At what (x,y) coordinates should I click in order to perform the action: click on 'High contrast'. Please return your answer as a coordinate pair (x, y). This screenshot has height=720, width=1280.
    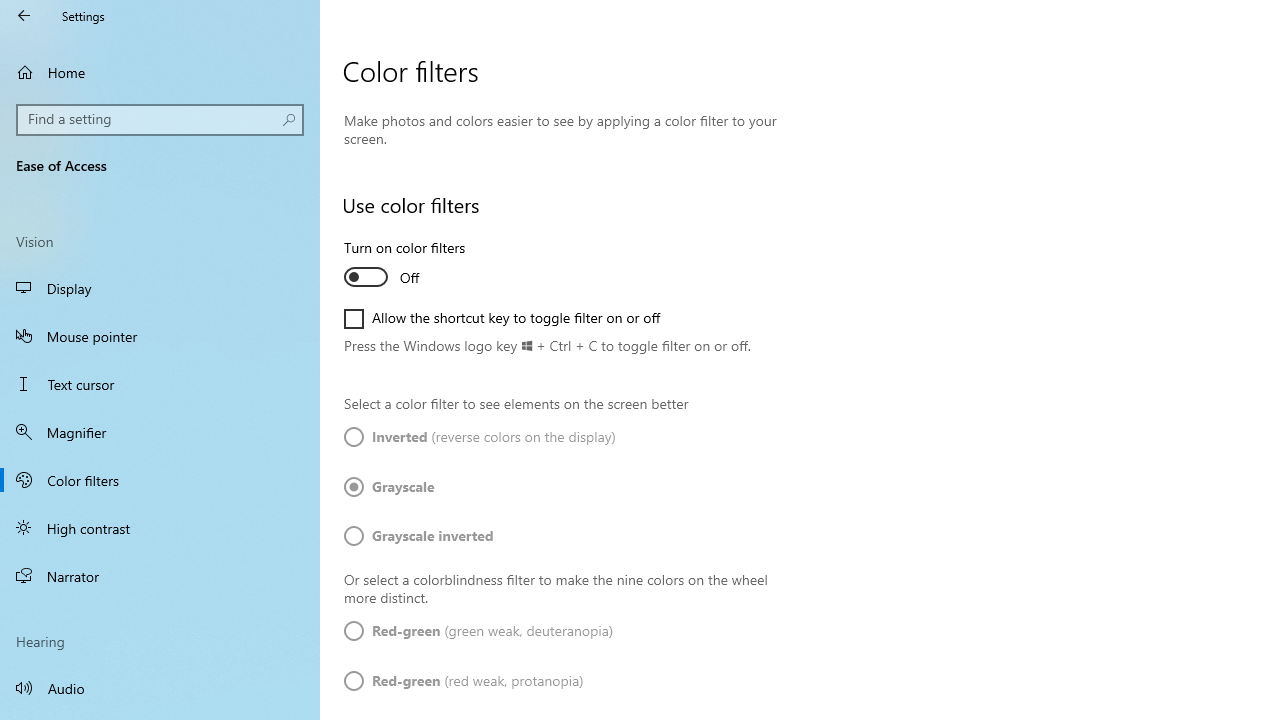
    Looking at the image, I should click on (160, 527).